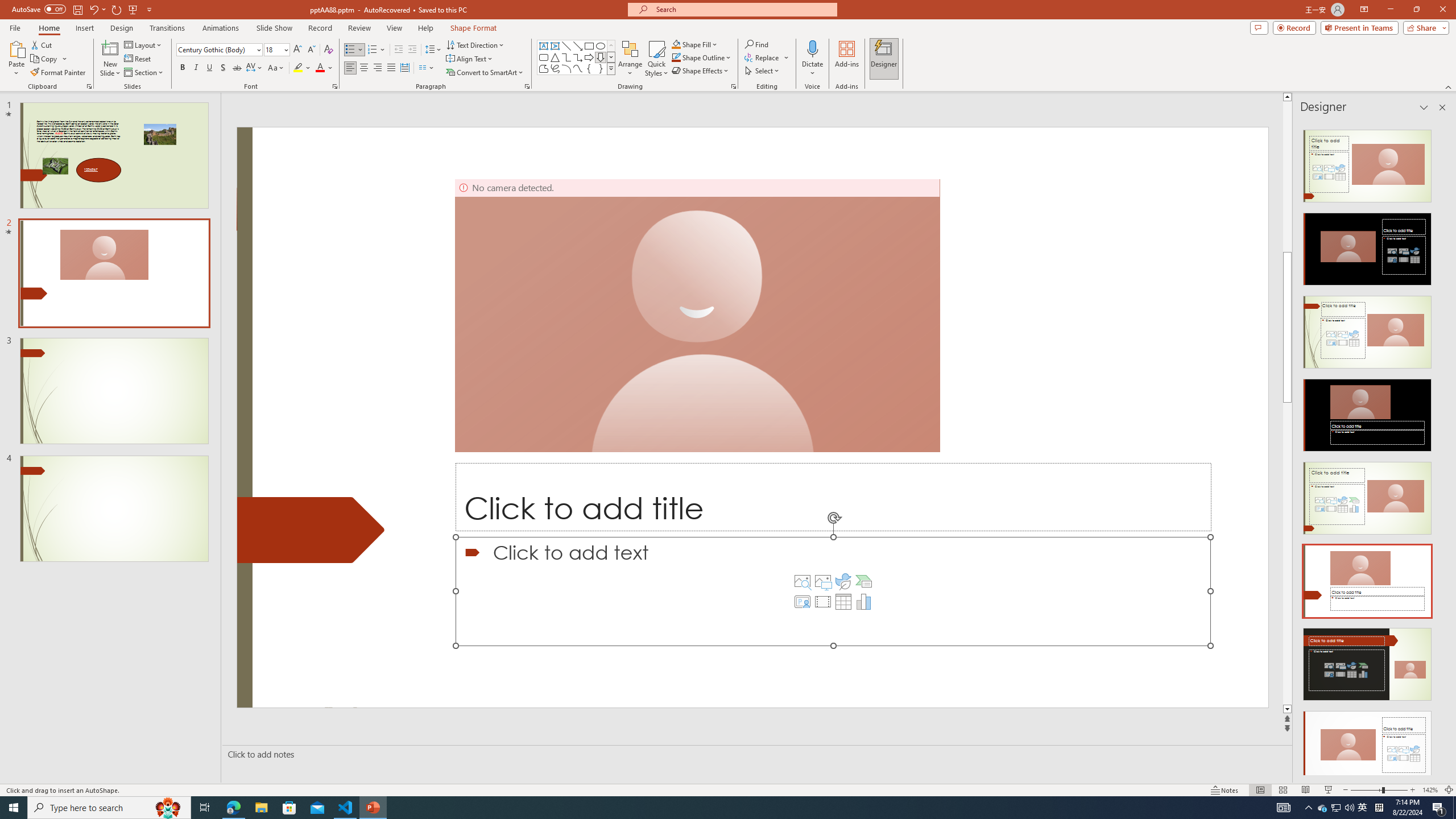 The width and height of the screenshot is (1456, 819). What do you see at coordinates (354, 49) in the screenshot?
I see `'Bullets'` at bounding box center [354, 49].